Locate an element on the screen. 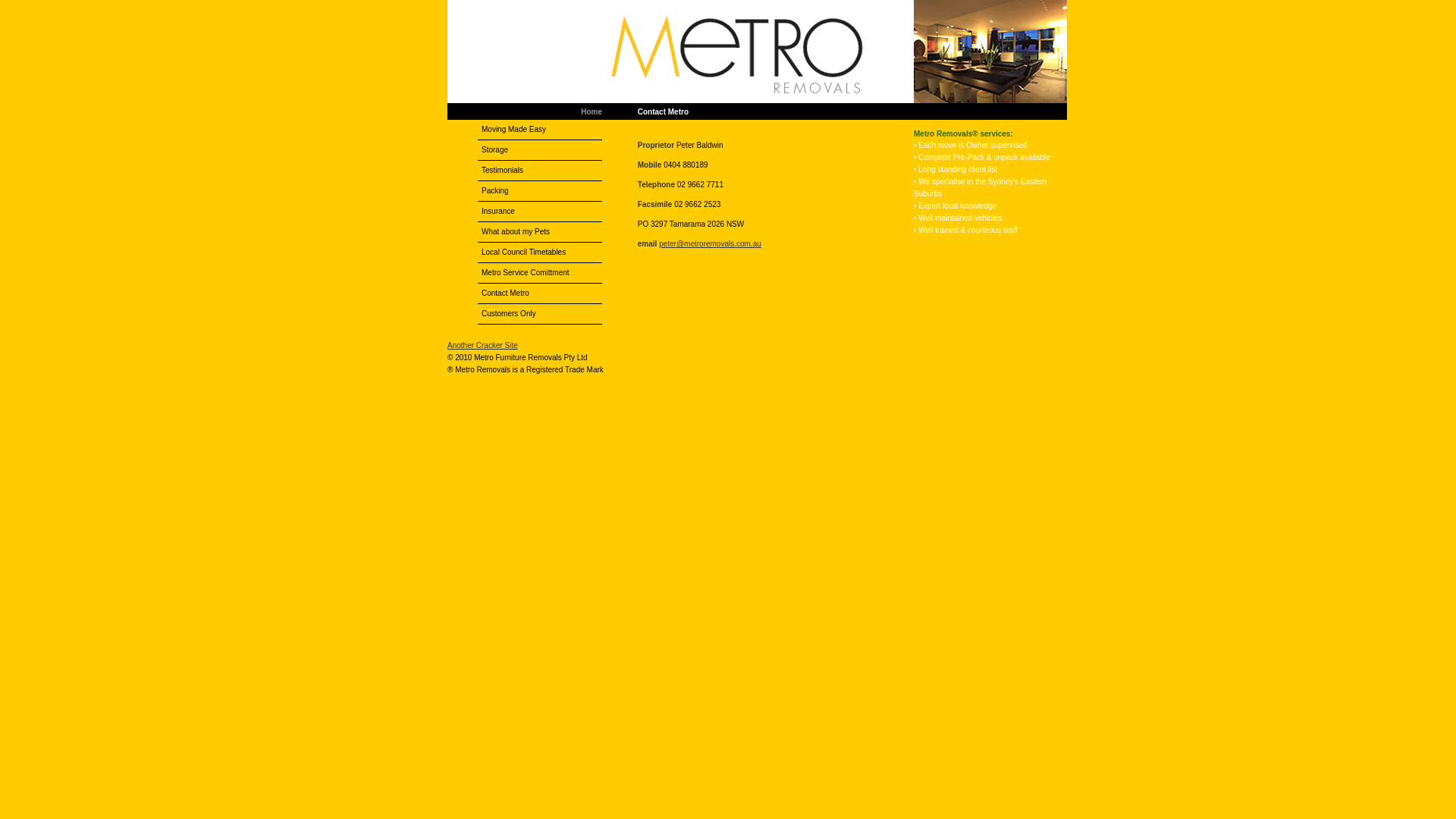 The width and height of the screenshot is (1456, 819). 'Packing' is located at coordinates (539, 190).